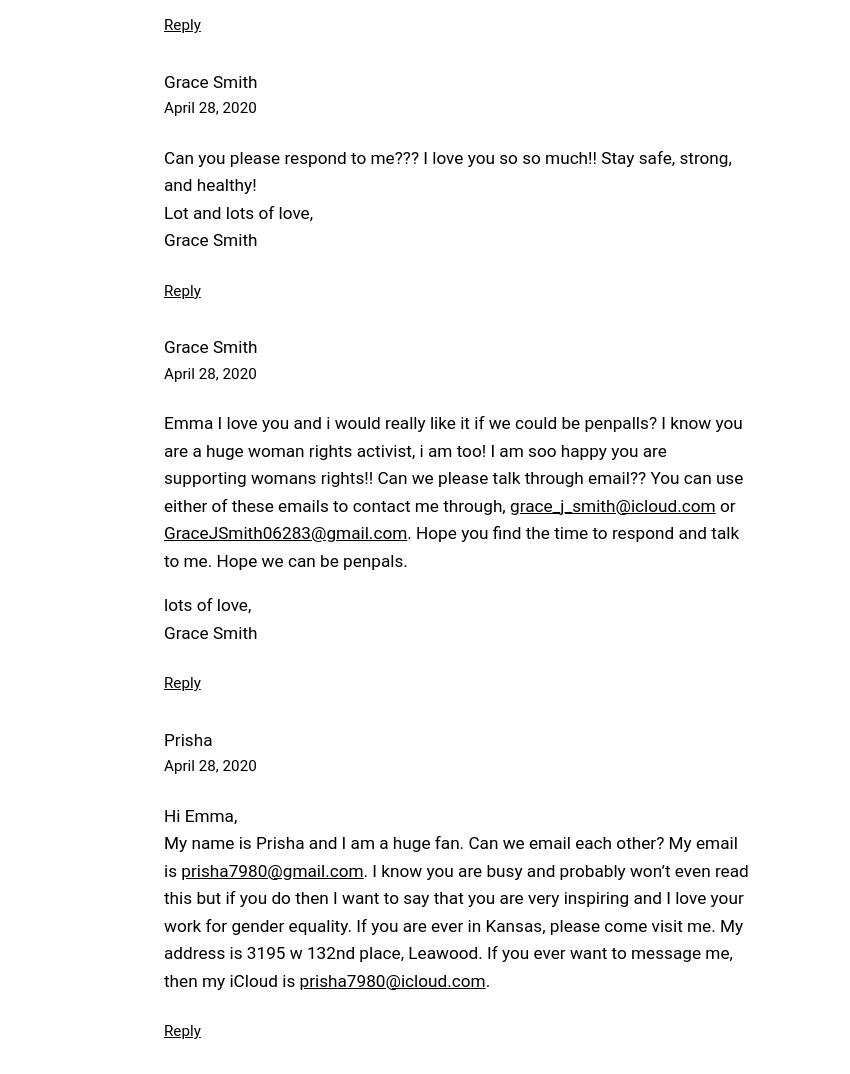 This screenshot has height=1074, width=850. Describe the element at coordinates (487, 979) in the screenshot. I see `'.'` at that location.